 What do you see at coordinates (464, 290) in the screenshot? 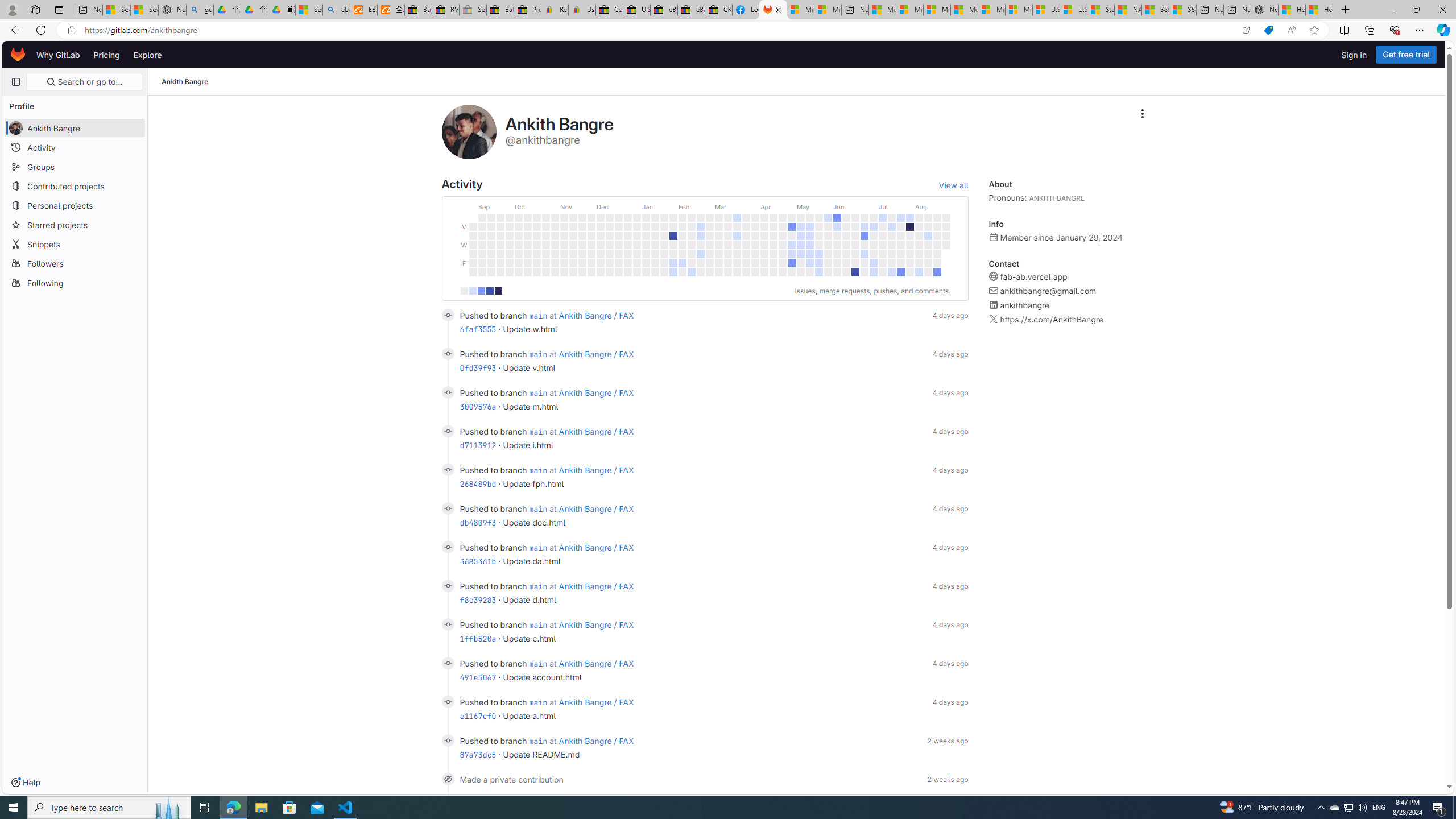
I see `'No contributions'` at bounding box center [464, 290].